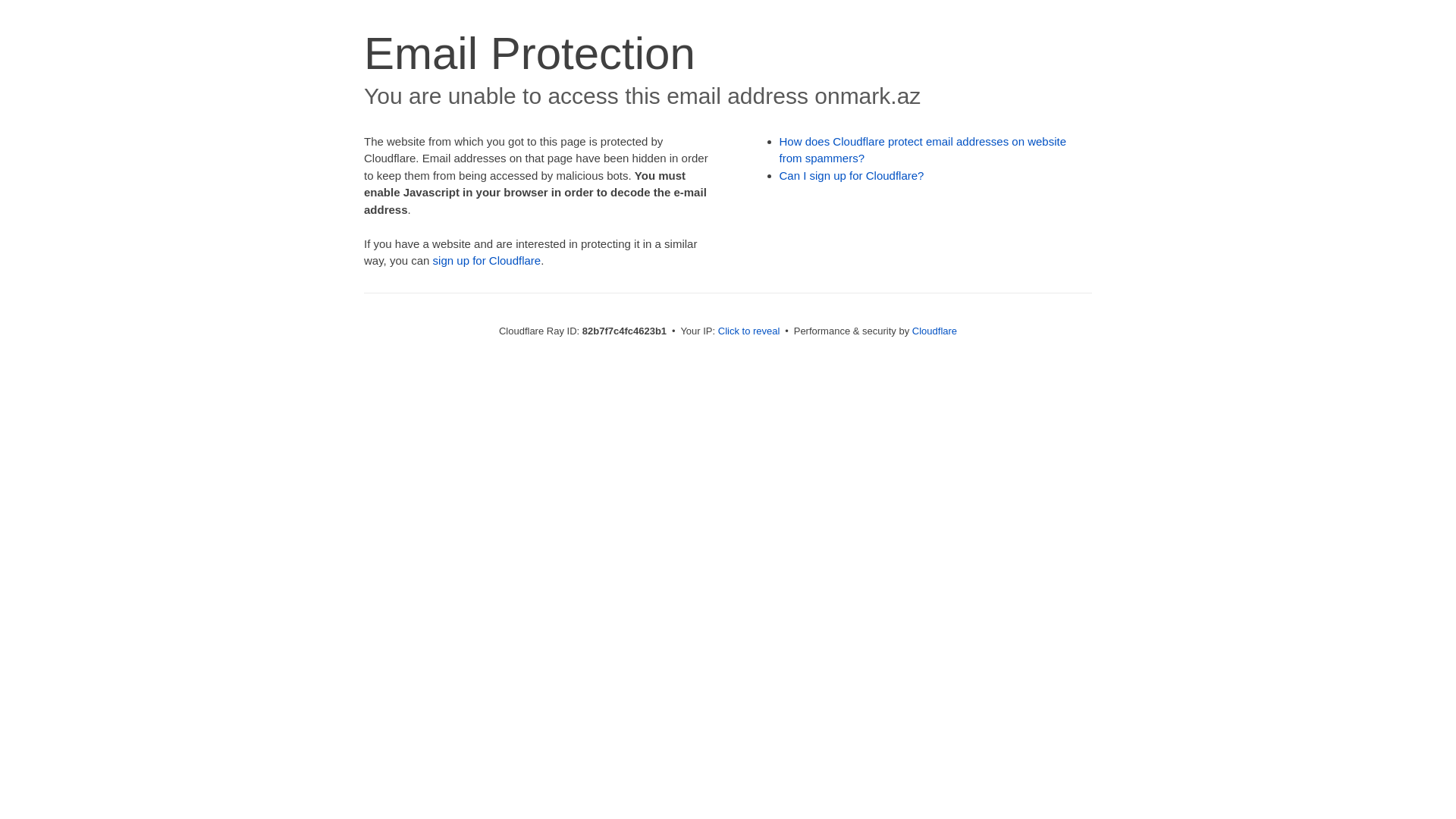  I want to click on 'Click to reveal', so click(749, 330).